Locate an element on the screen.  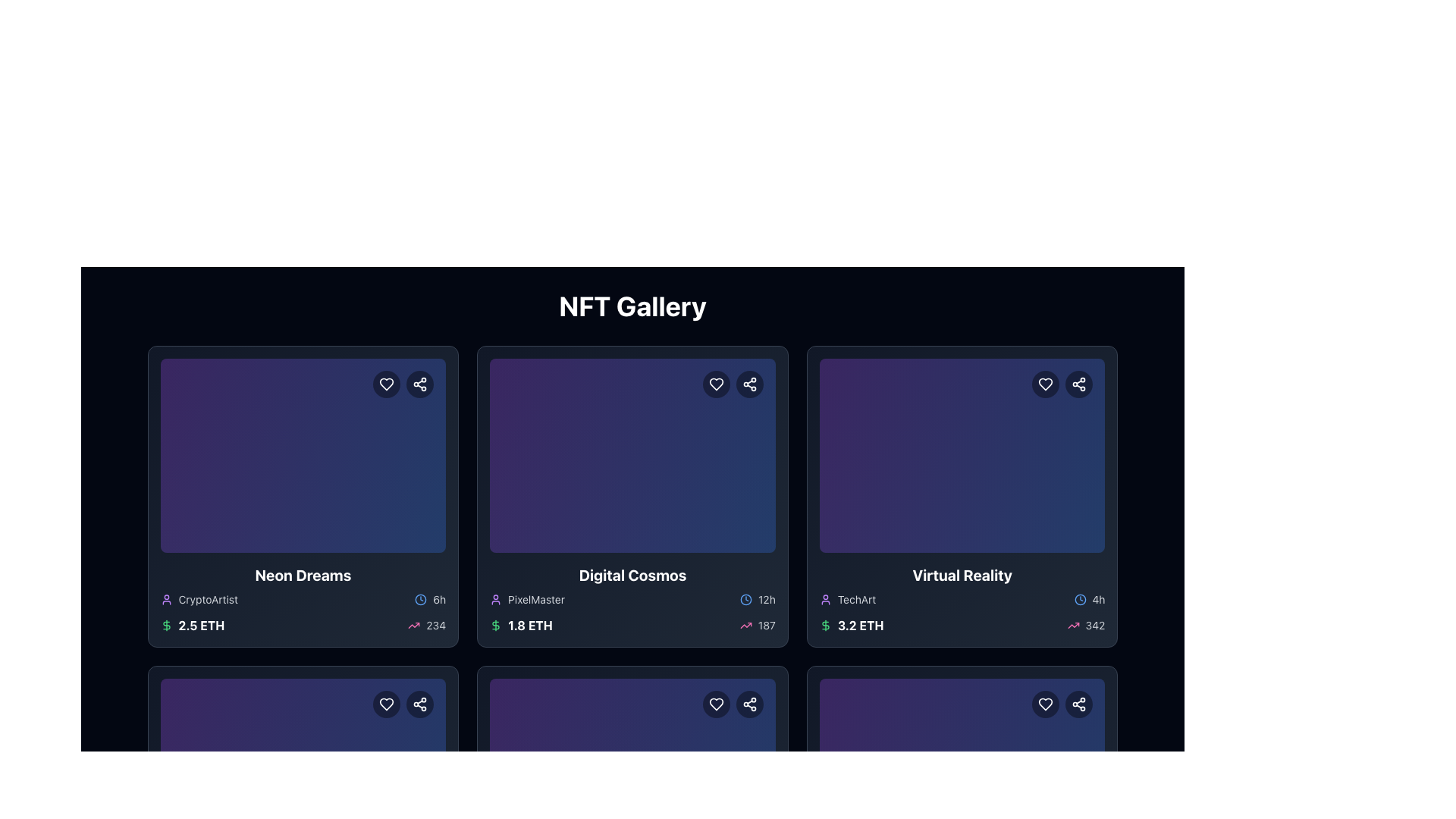
the 'like' button located in the top-right corner of the 'Virtual Reality' card, which is the first button in a pair of buttons is located at coordinates (1045, 383).